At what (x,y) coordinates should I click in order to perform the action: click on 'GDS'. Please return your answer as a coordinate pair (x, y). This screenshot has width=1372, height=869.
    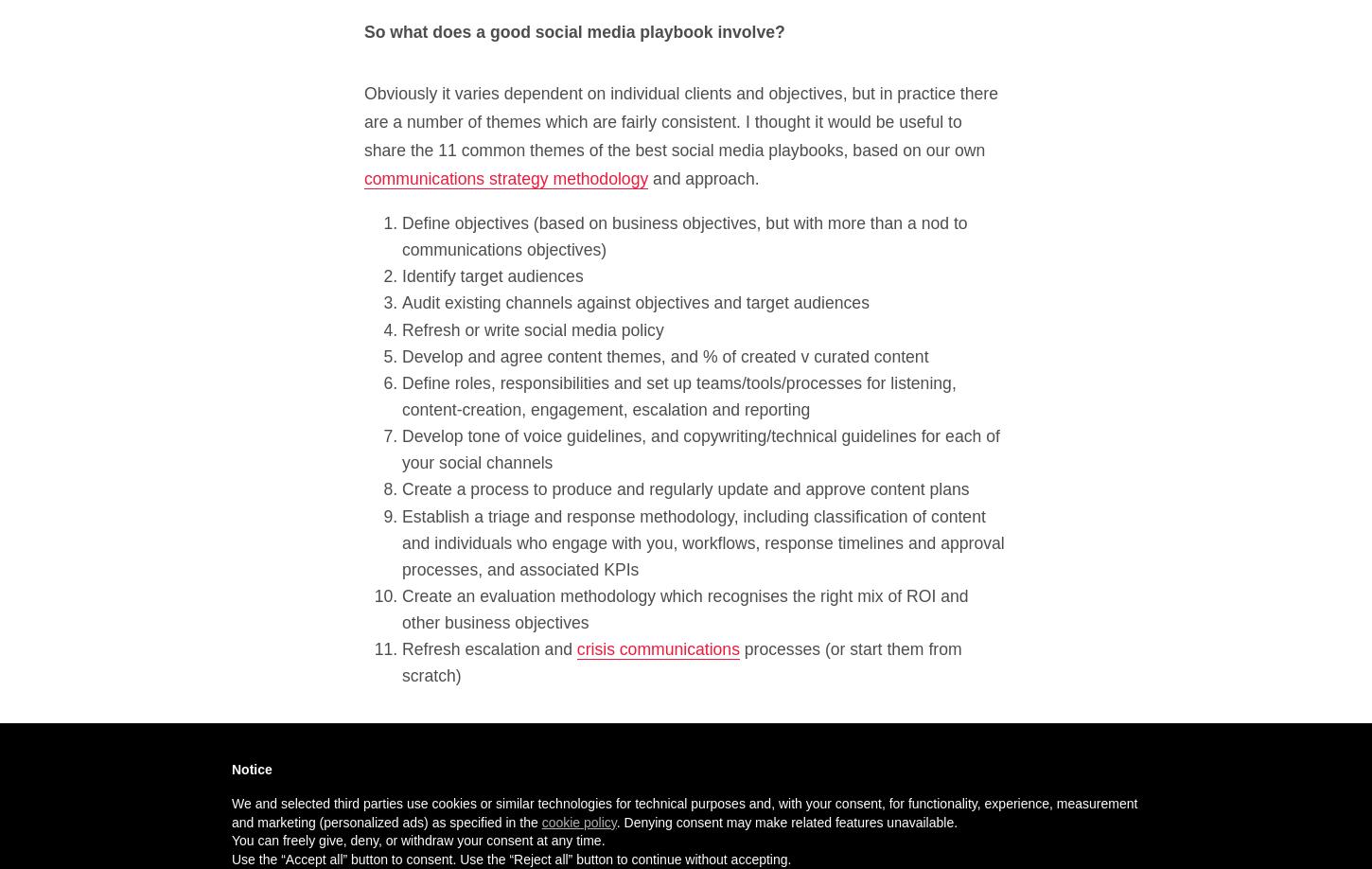
    Looking at the image, I should click on (871, 764).